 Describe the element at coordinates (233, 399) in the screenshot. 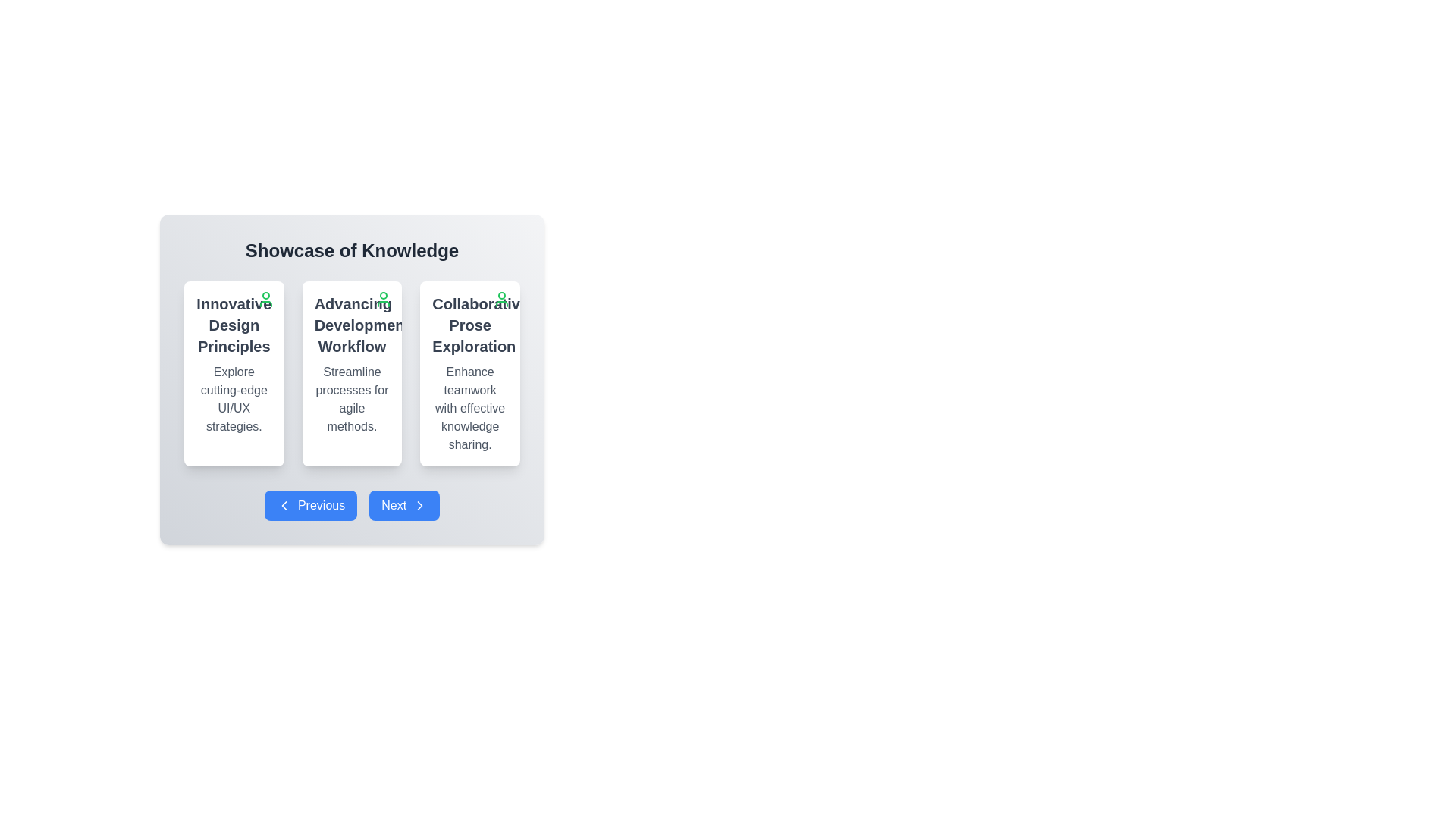

I see `the informational text element displaying 'Explore cutting-edge UI/UX strategies.' which is styled in gray color and centrally aligned, located below the header 'Innovative Design Principles'` at that location.